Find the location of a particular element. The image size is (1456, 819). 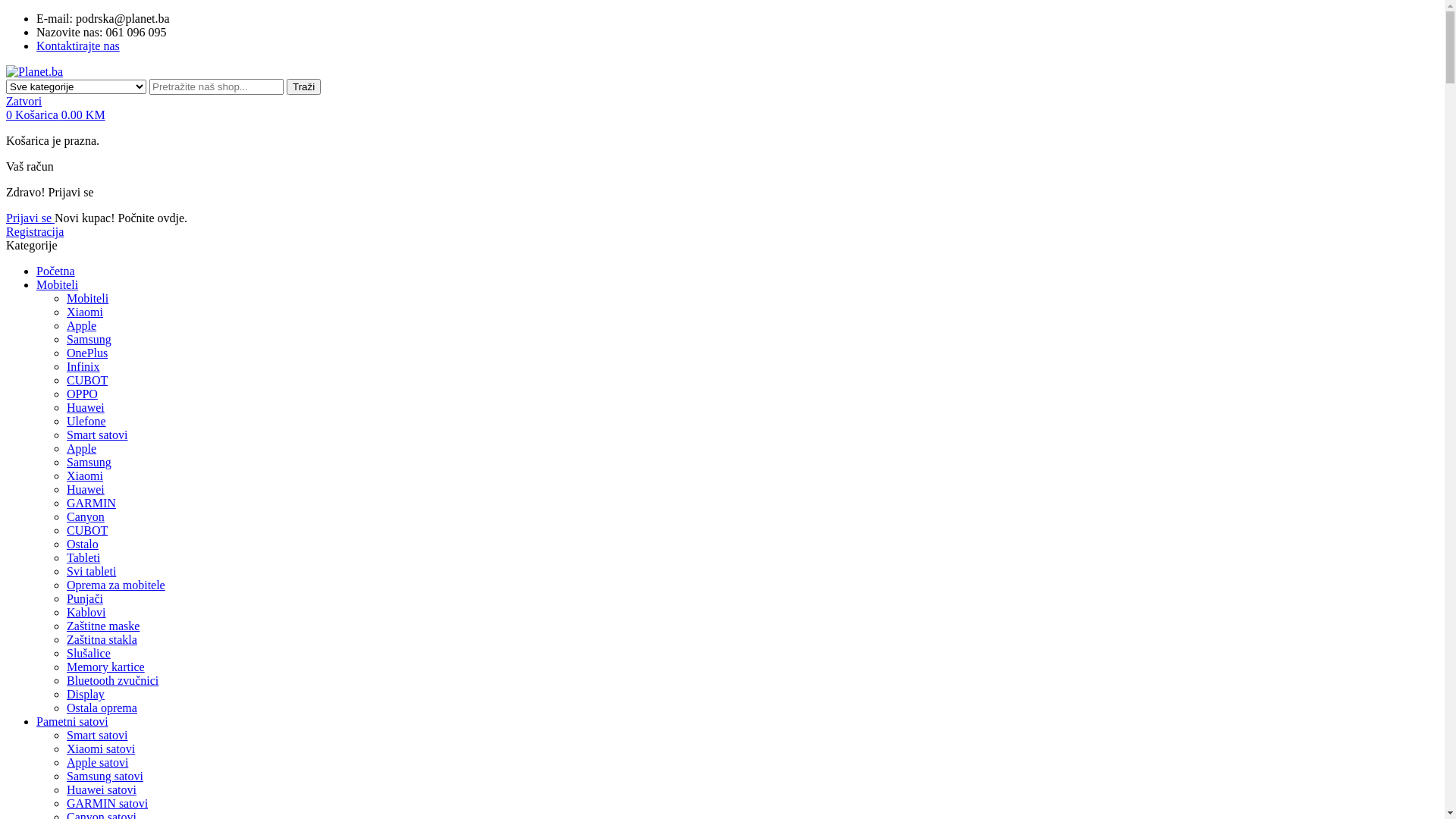

'Zatvori' is located at coordinates (24, 101).